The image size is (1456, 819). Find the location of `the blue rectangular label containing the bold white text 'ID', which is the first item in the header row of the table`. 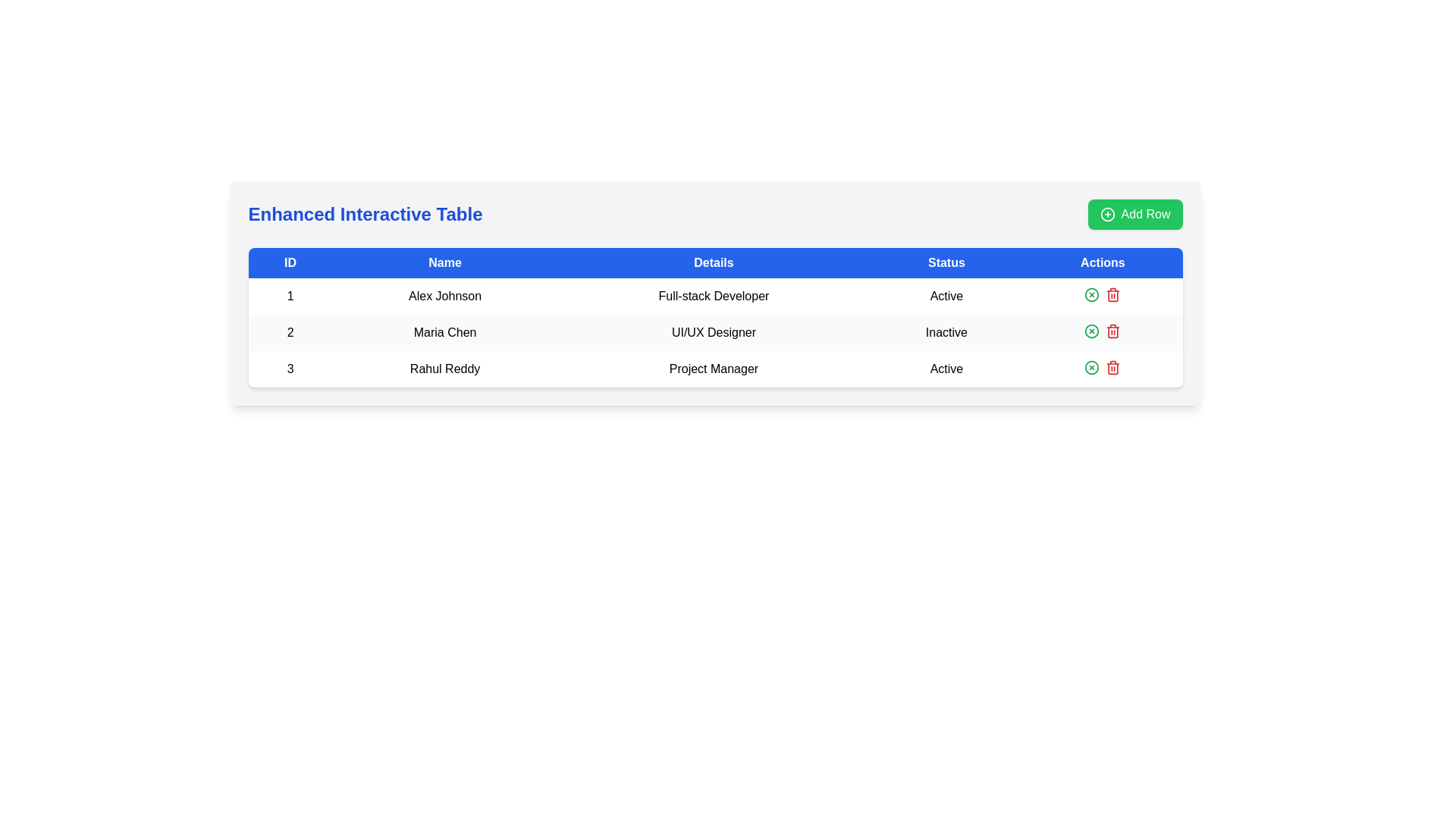

the blue rectangular label containing the bold white text 'ID', which is the first item in the header row of the table is located at coordinates (290, 262).